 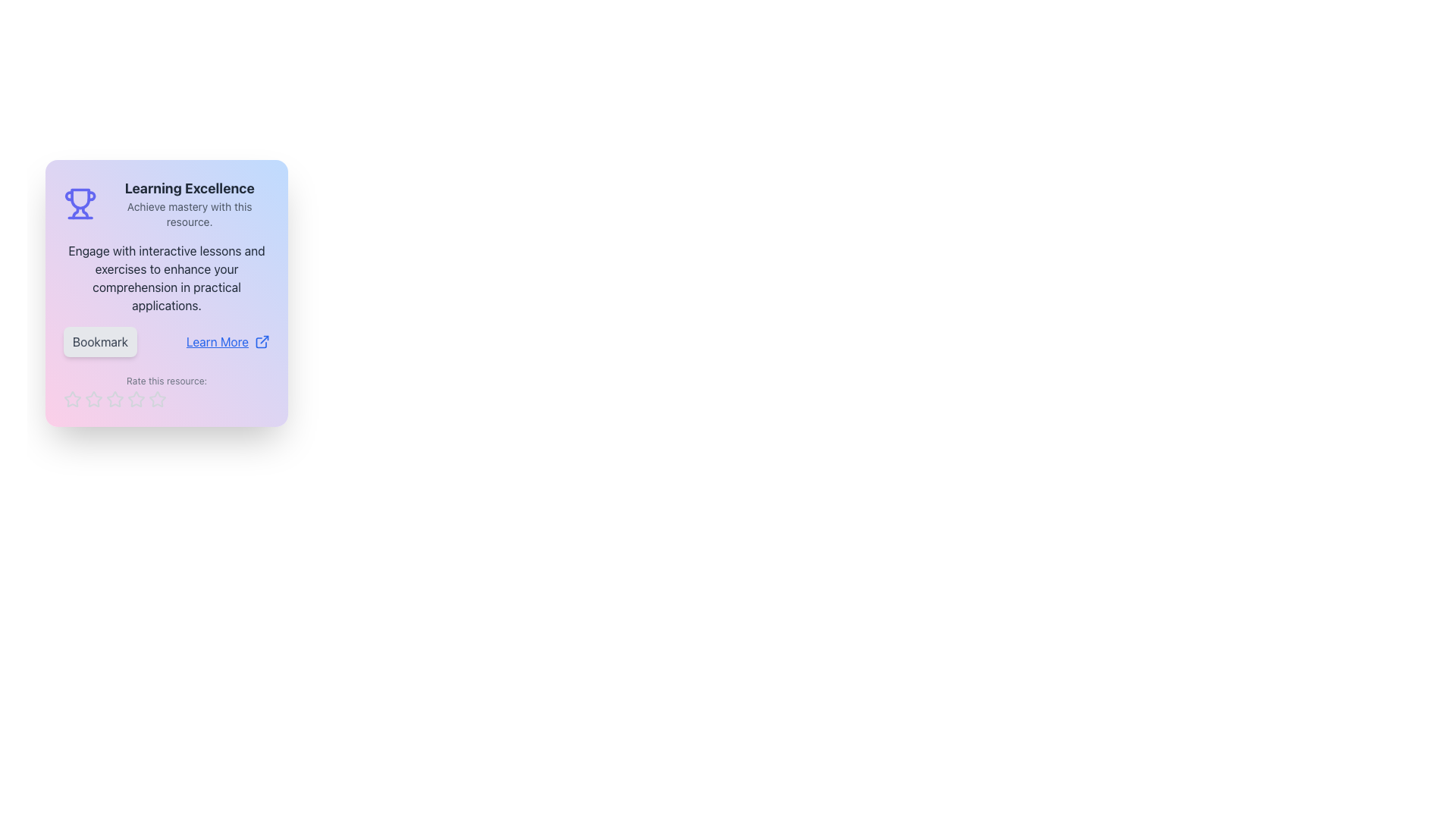 I want to click on the trophy-like icon component colored in vibrant purple located in the top-left section of the 'Learning Excellence' card, so click(x=80, y=198).